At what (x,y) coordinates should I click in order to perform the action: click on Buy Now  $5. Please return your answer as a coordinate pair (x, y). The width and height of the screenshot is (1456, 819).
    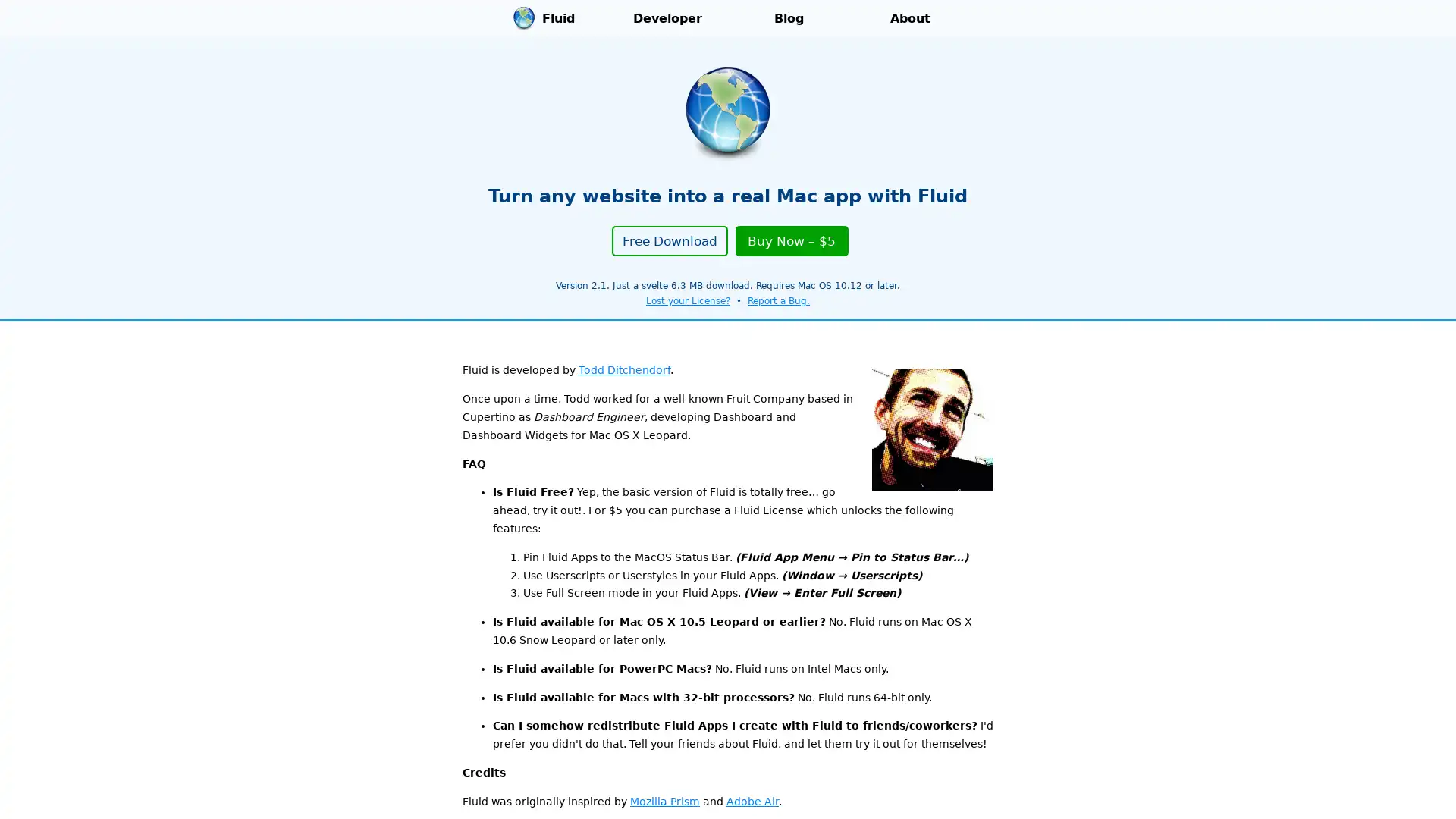
    Looking at the image, I should click on (790, 239).